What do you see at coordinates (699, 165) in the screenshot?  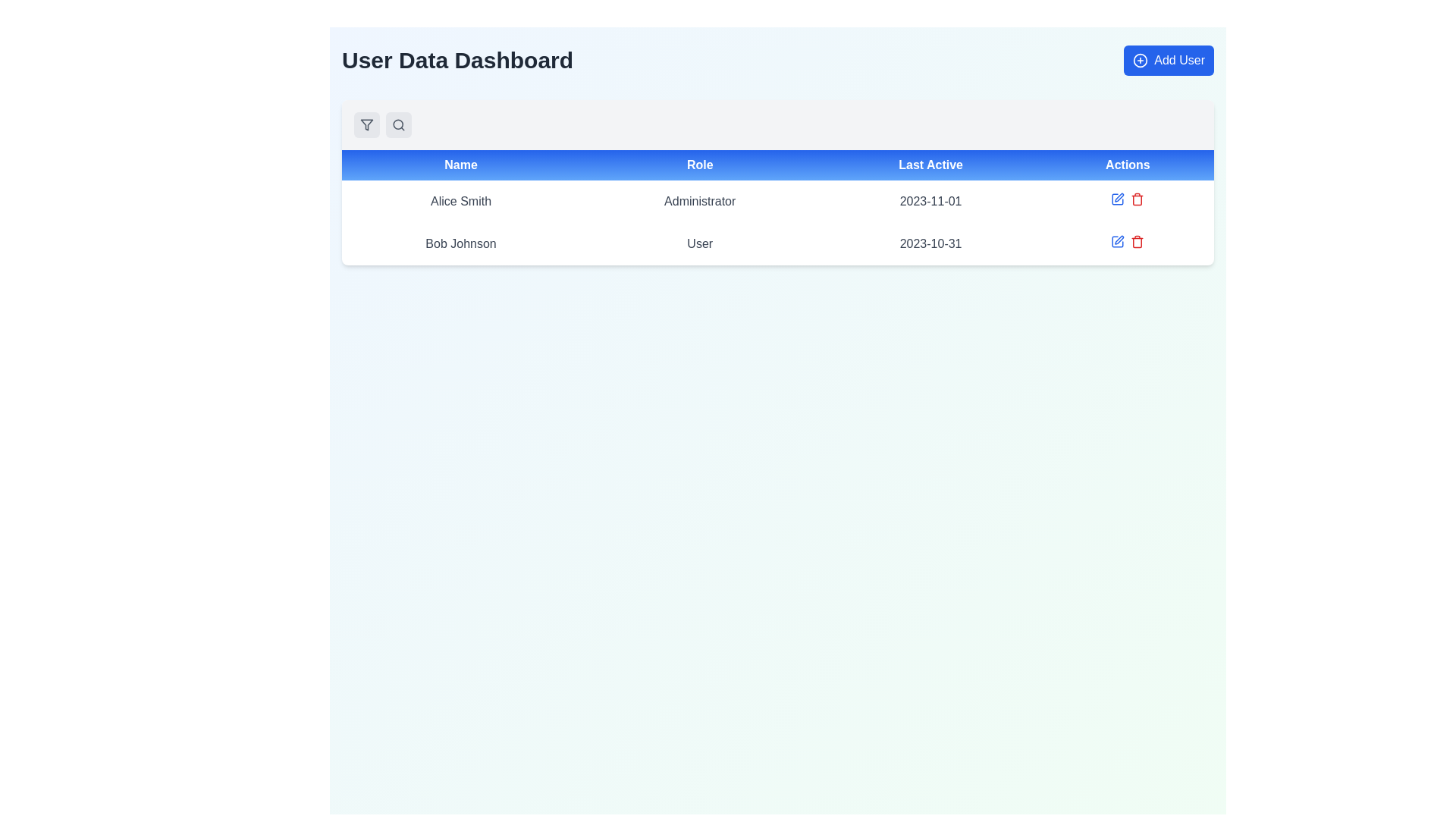 I see `the Table header element labeled 'Role', which is a blue button-like component located between the 'Name' and 'Last Active' headers` at bounding box center [699, 165].